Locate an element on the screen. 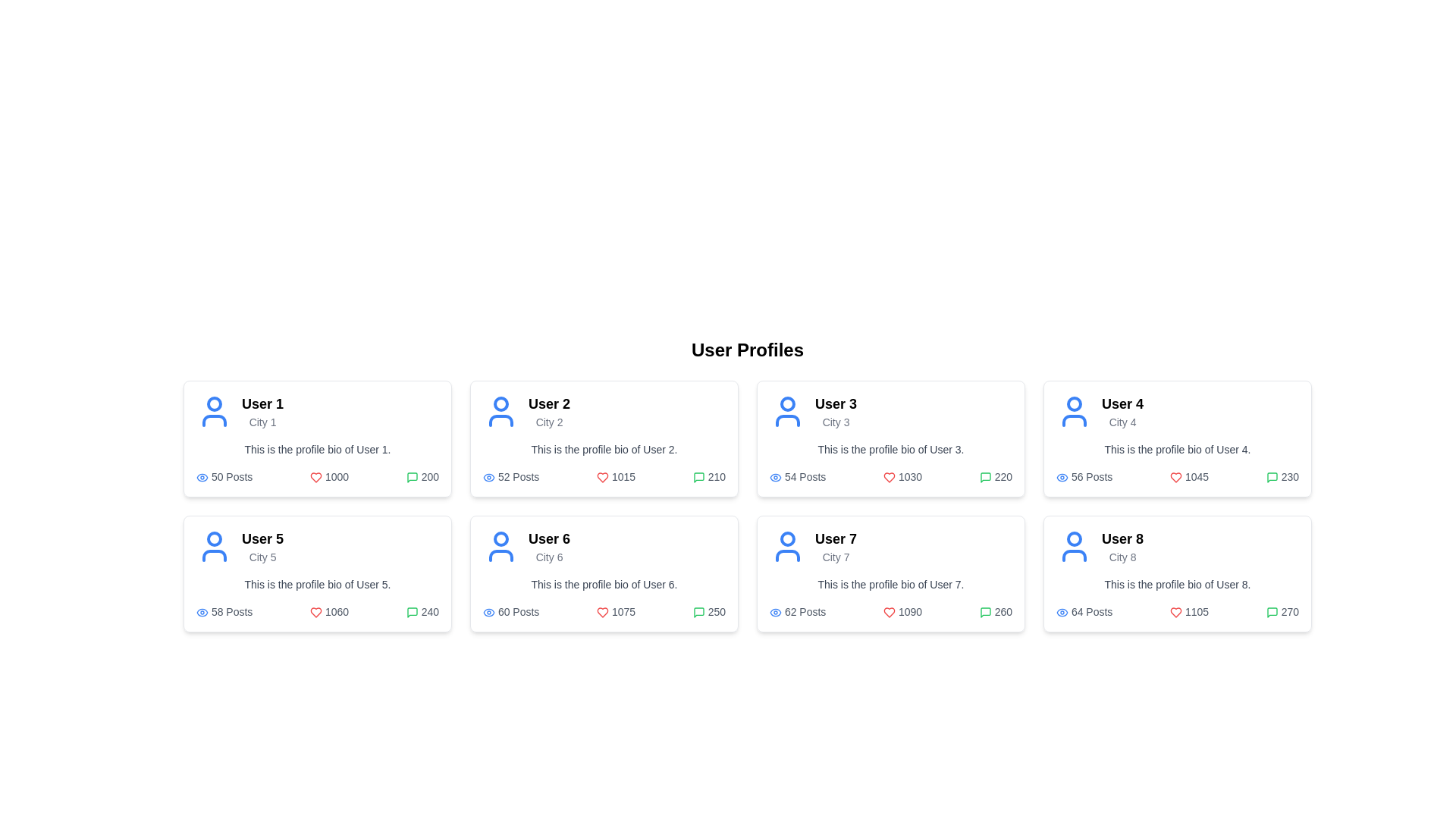 Image resolution: width=1456 pixels, height=819 pixels. the text element showing '60 Posts' associated with User 6, which is located in the bottom-left corner of the card and is the first item in a horizontal group with a blue eye icon, to associate the visual information with the user's activity is located at coordinates (511, 610).